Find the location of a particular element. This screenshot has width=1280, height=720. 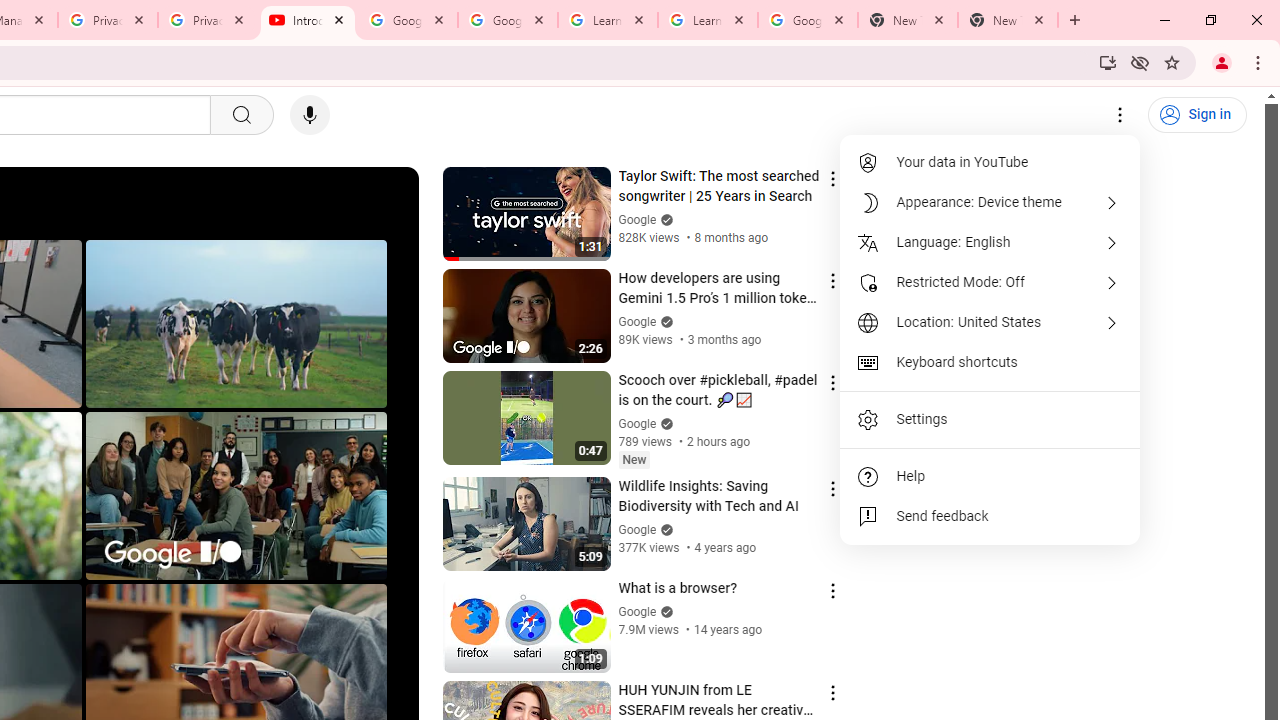

'Search with your voice' is located at coordinates (308, 115).